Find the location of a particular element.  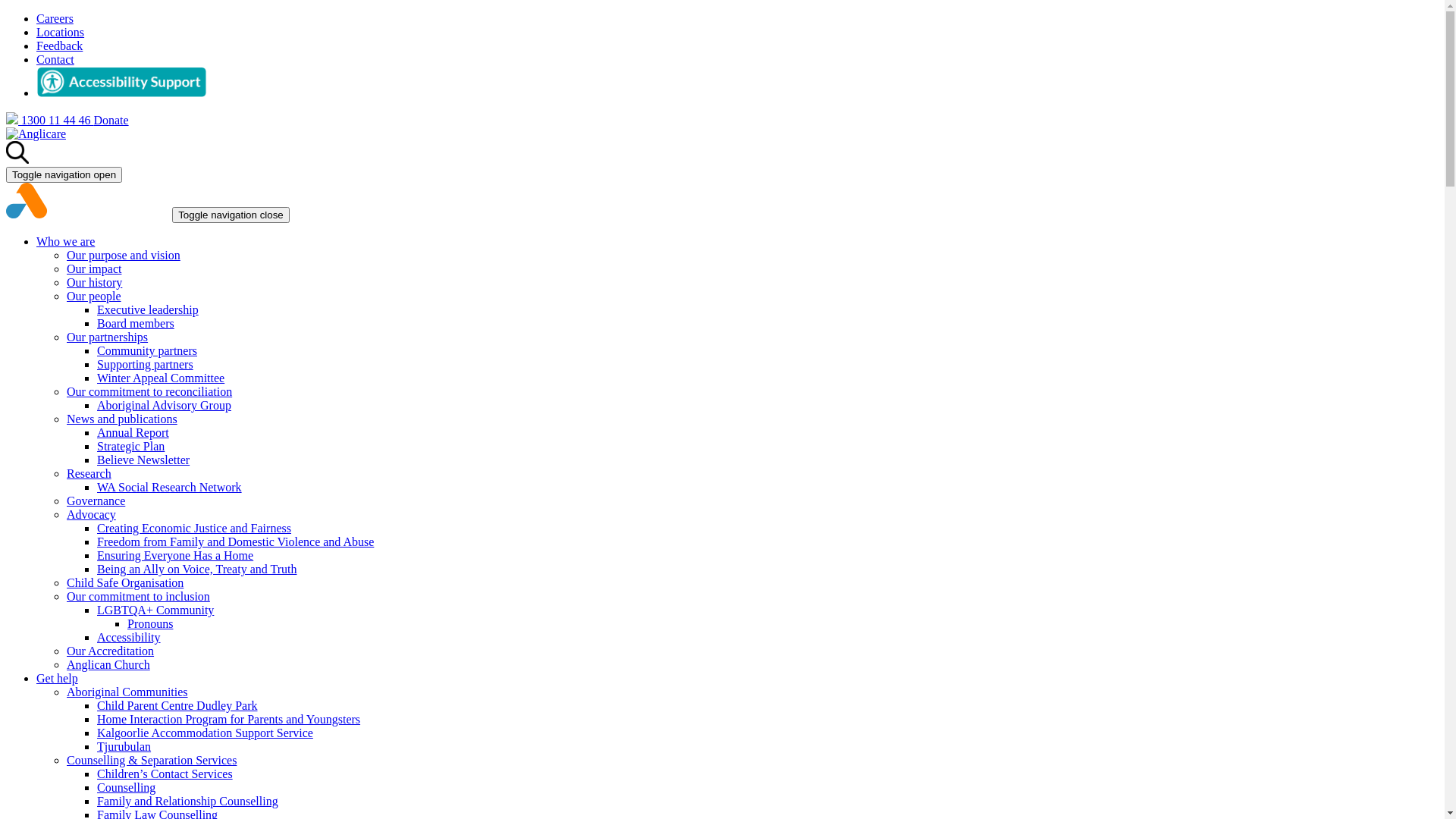

'Our commitment to reconciliation' is located at coordinates (149, 391).